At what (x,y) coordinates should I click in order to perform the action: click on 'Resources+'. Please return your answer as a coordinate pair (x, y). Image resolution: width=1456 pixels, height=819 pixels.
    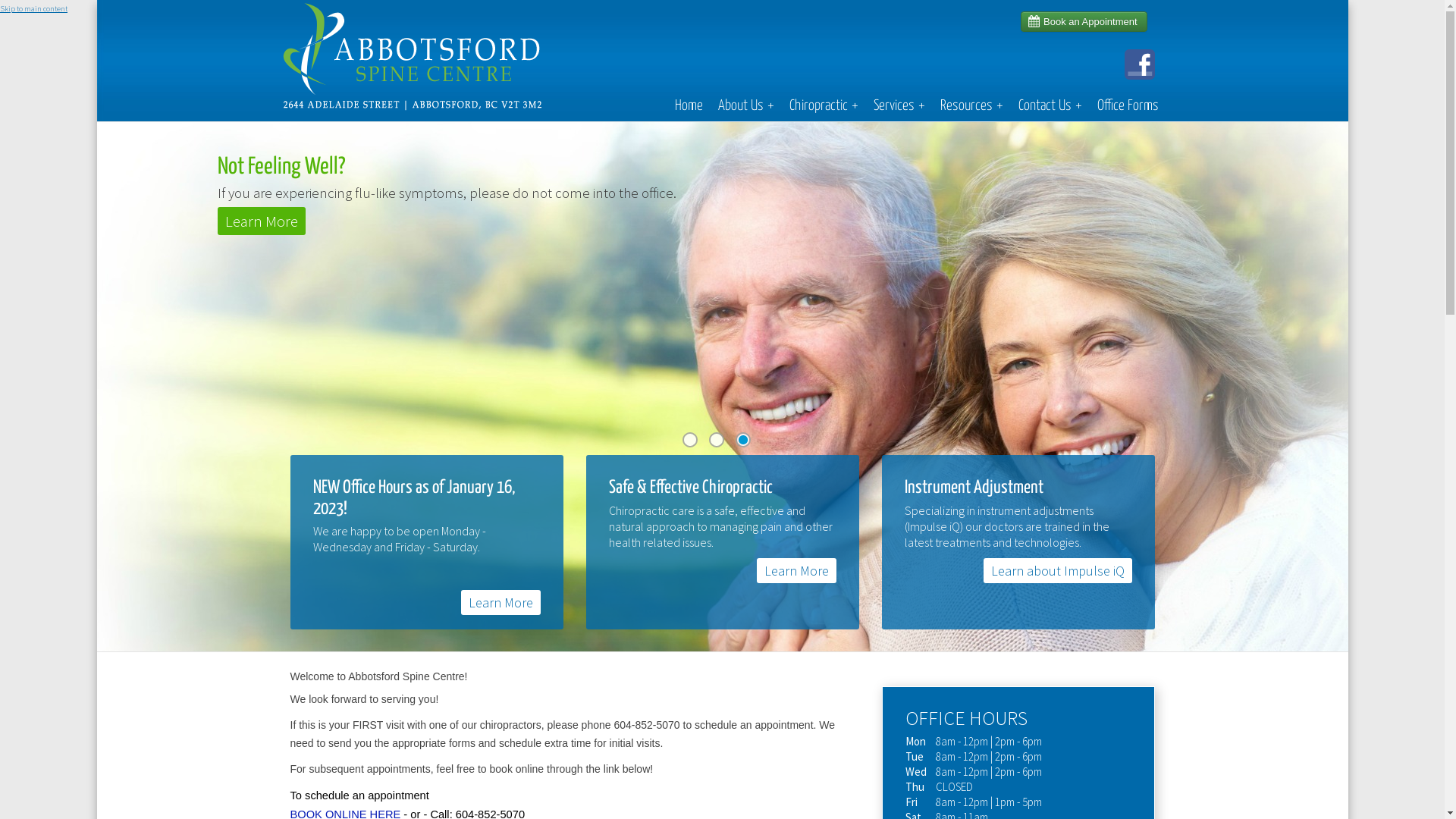
    Looking at the image, I should click on (971, 105).